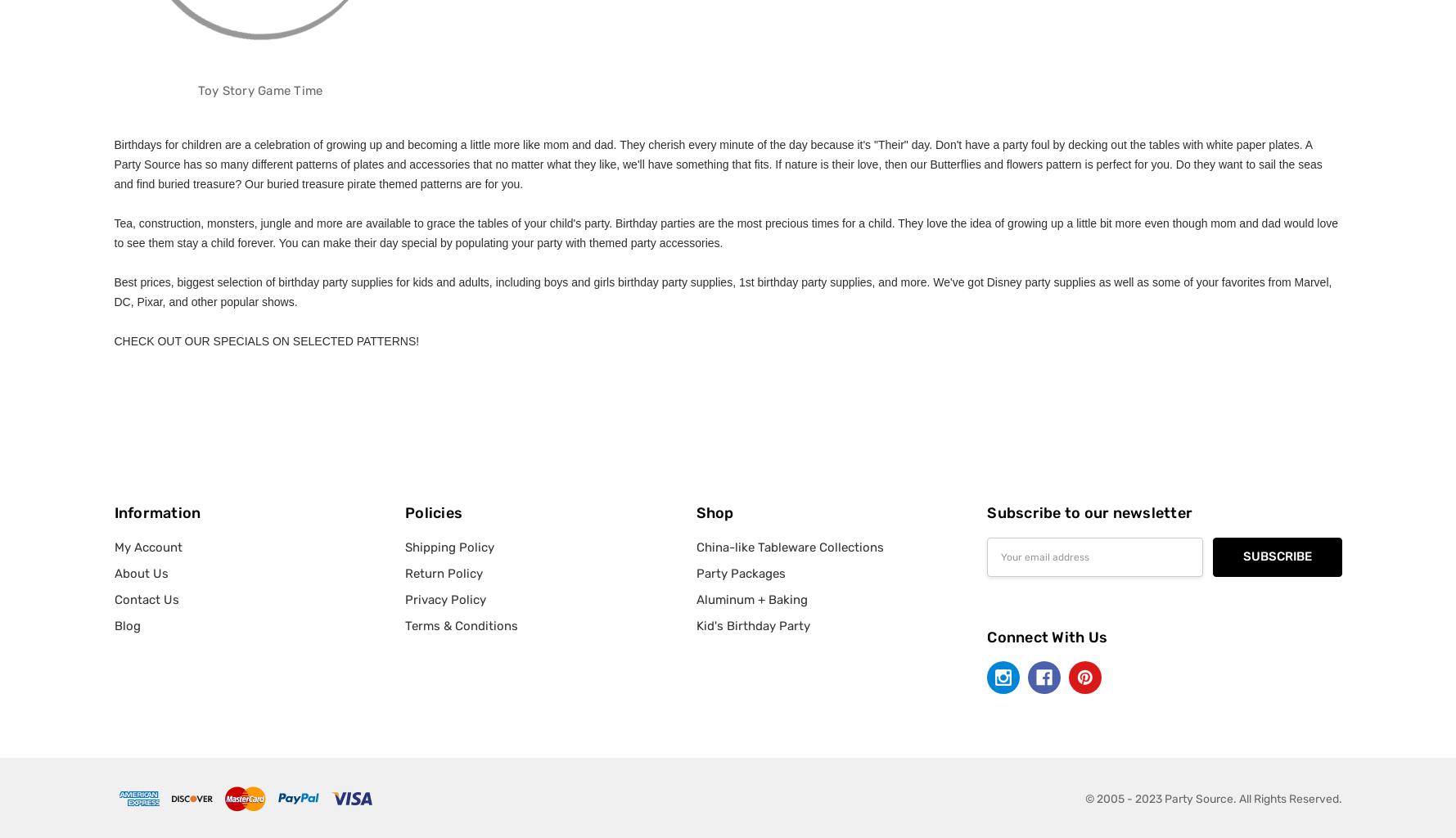 The height and width of the screenshot is (838, 1456). Describe the element at coordinates (266, 339) in the screenshot. I see `'CHECK OUT OUR SPECIALS ON SELECTED PATTERNS!'` at that location.